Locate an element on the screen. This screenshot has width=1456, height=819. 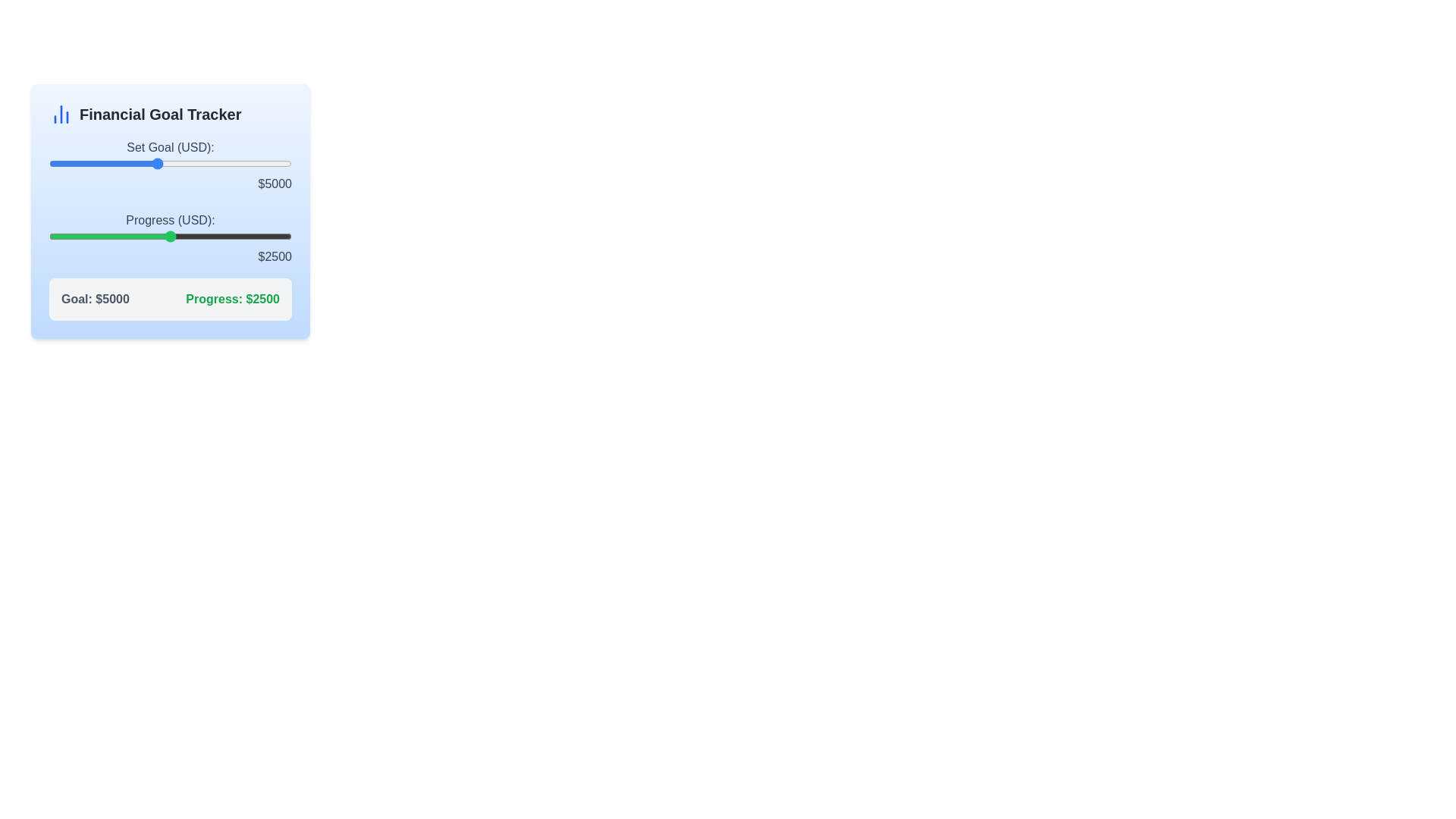
the progress slider to 2013 USD is located at coordinates (146, 237).